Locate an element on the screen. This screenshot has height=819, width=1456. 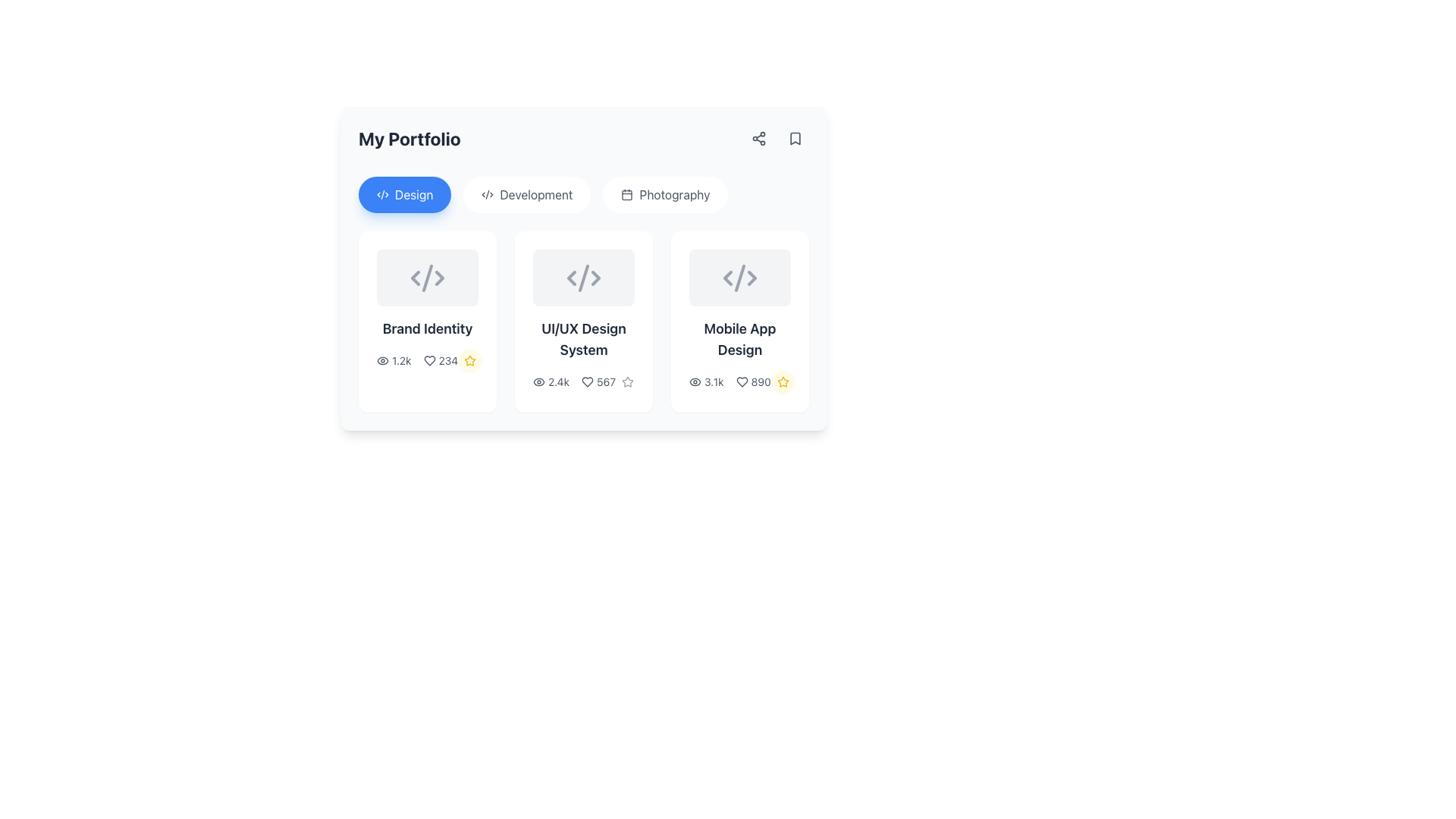
on the interactive button with an embedded yellow star icon located at the bottom right corner of the 'Mobile App Design' card is located at coordinates (783, 381).